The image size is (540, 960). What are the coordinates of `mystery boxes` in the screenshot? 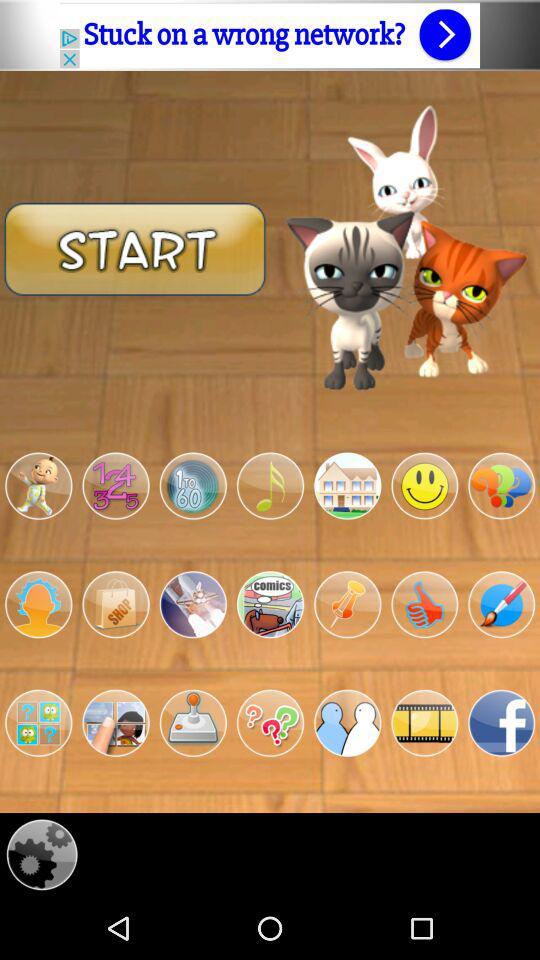 It's located at (38, 722).